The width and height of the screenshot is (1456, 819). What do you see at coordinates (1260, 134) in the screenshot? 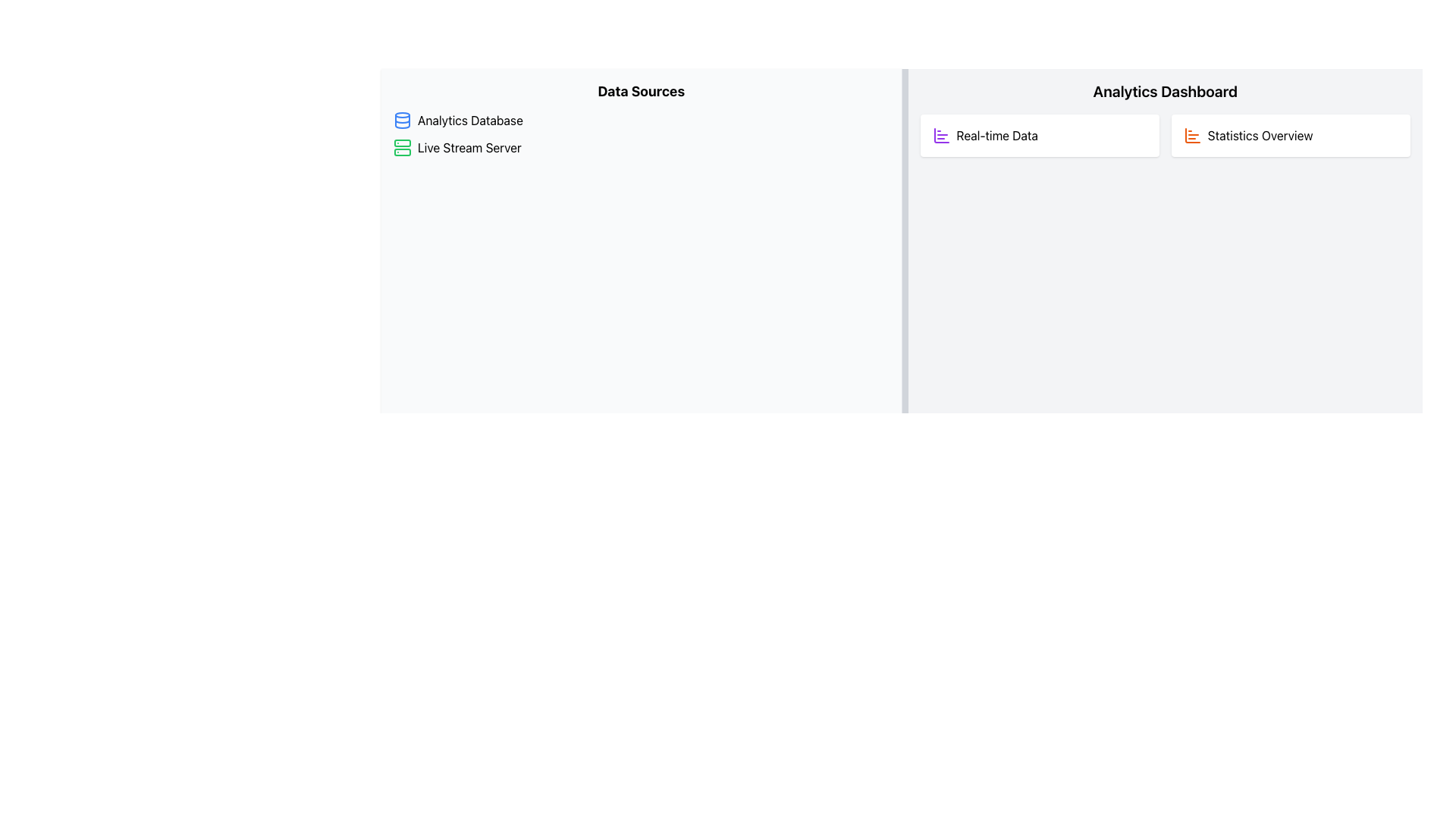
I see `the text label that serves as the title for the associated card summarizing content as a statistics overview, located in the 'Analytics Dashboard' section, rightmost among two cards, following an orange bar chart icon` at bounding box center [1260, 134].